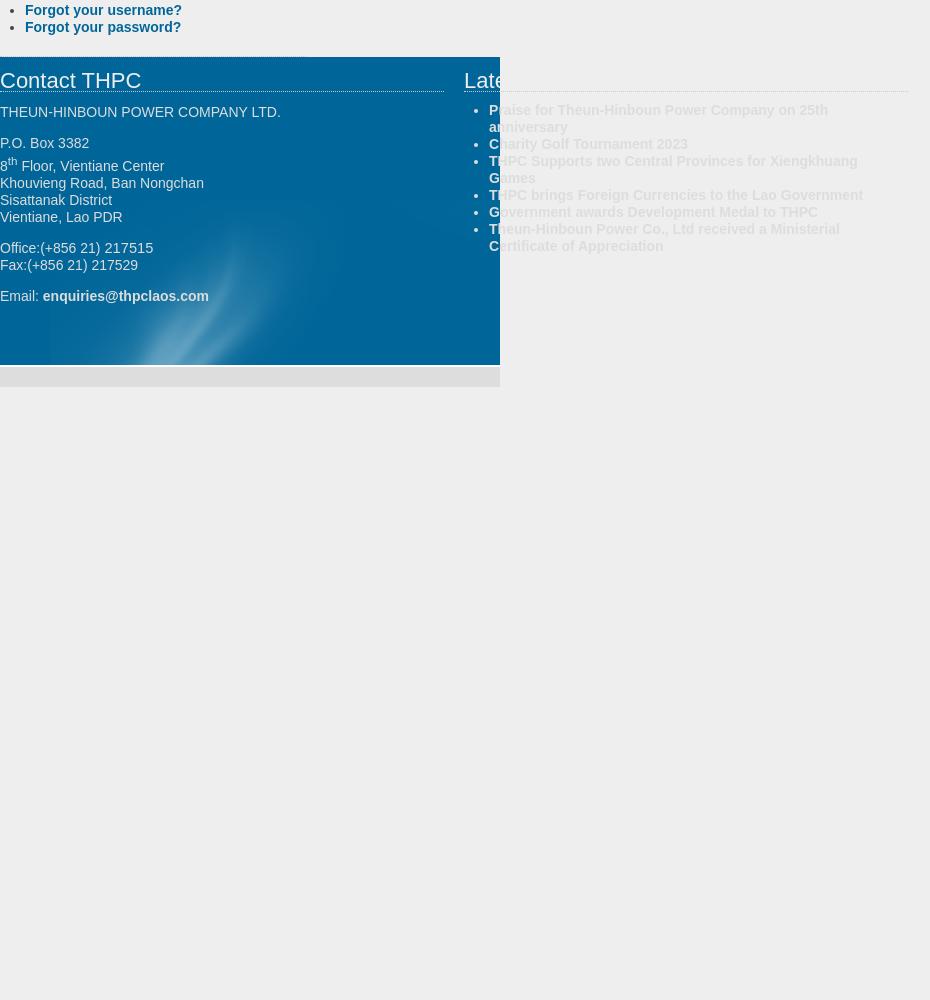  I want to click on 'P.O. Box 3382', so click(43, 143).